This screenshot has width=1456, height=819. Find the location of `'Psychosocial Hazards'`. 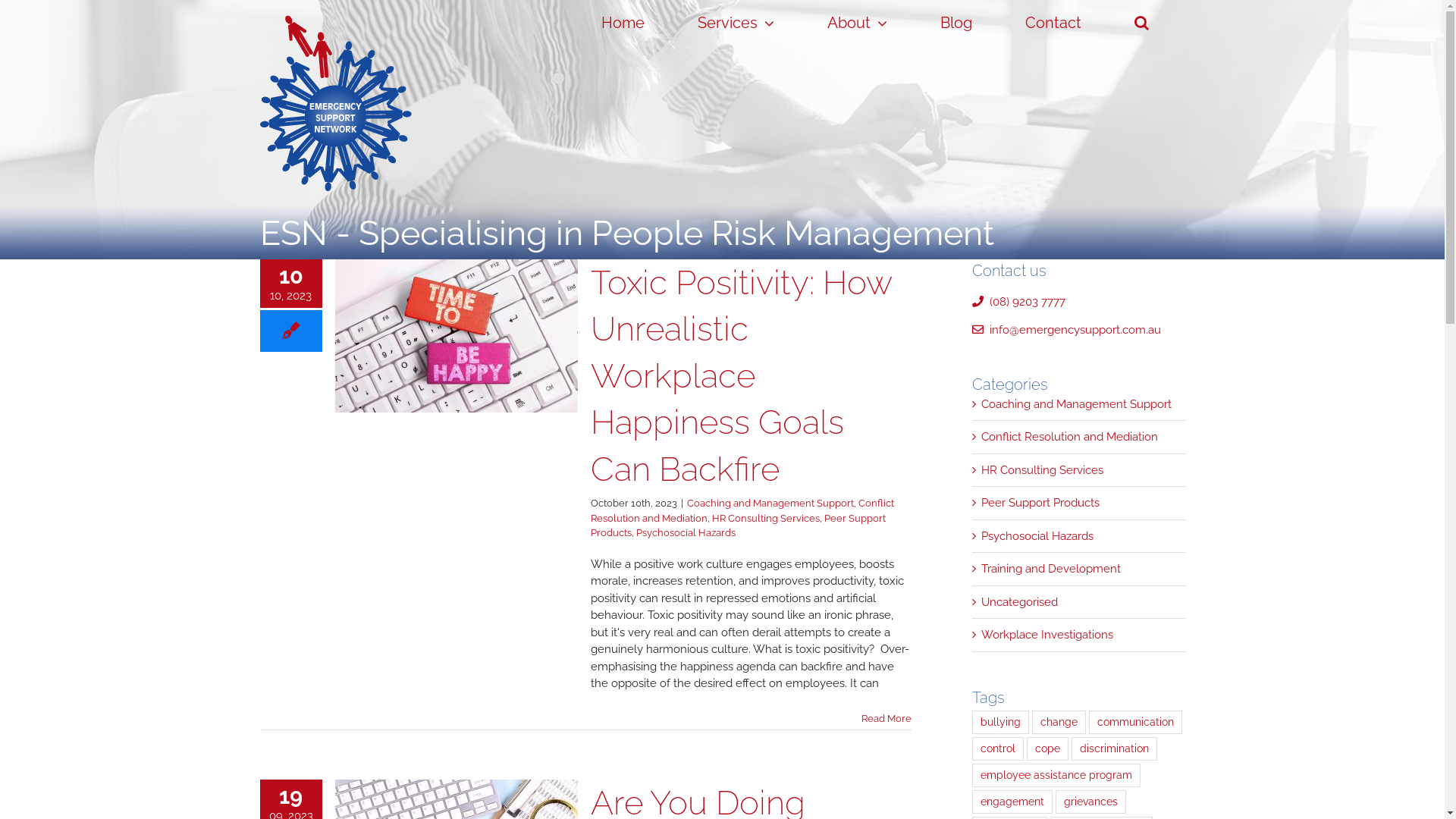

'Psychosocial Hazards' is located at coordinates (1078, 535).